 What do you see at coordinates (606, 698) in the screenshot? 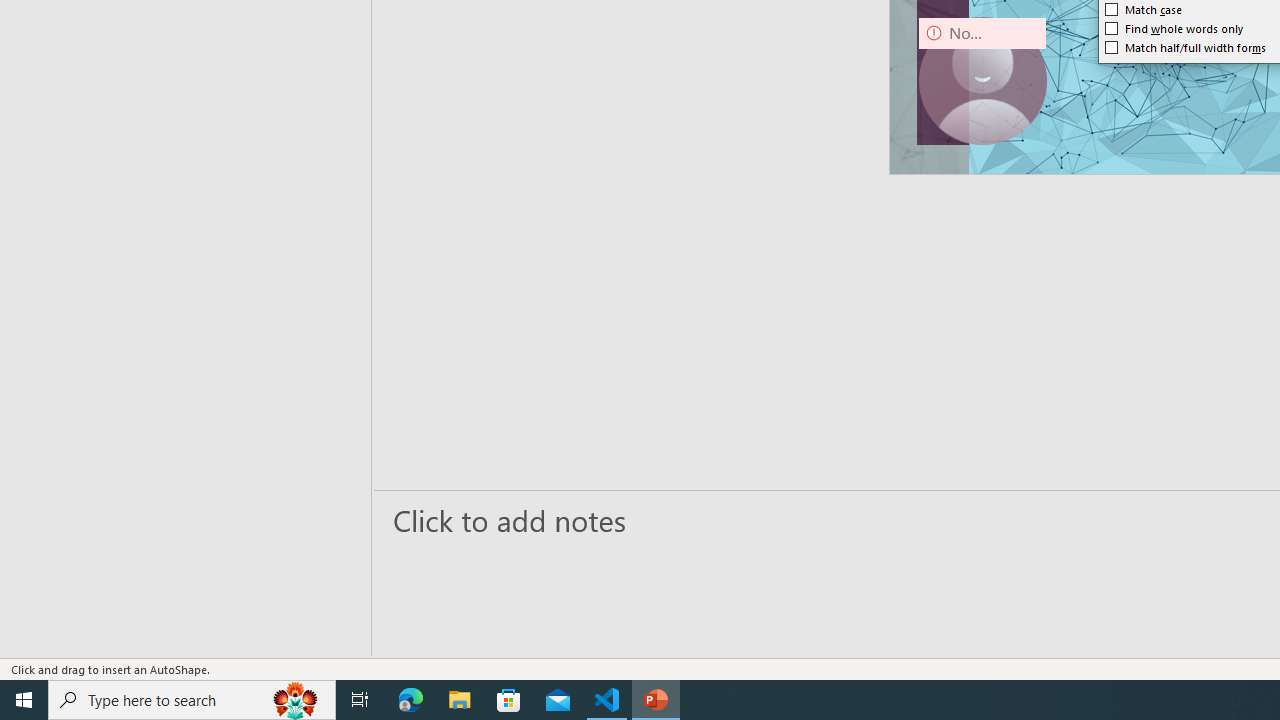
I see `'Visual Studio Code - 1 running window'` at bounding box center [606, 698].